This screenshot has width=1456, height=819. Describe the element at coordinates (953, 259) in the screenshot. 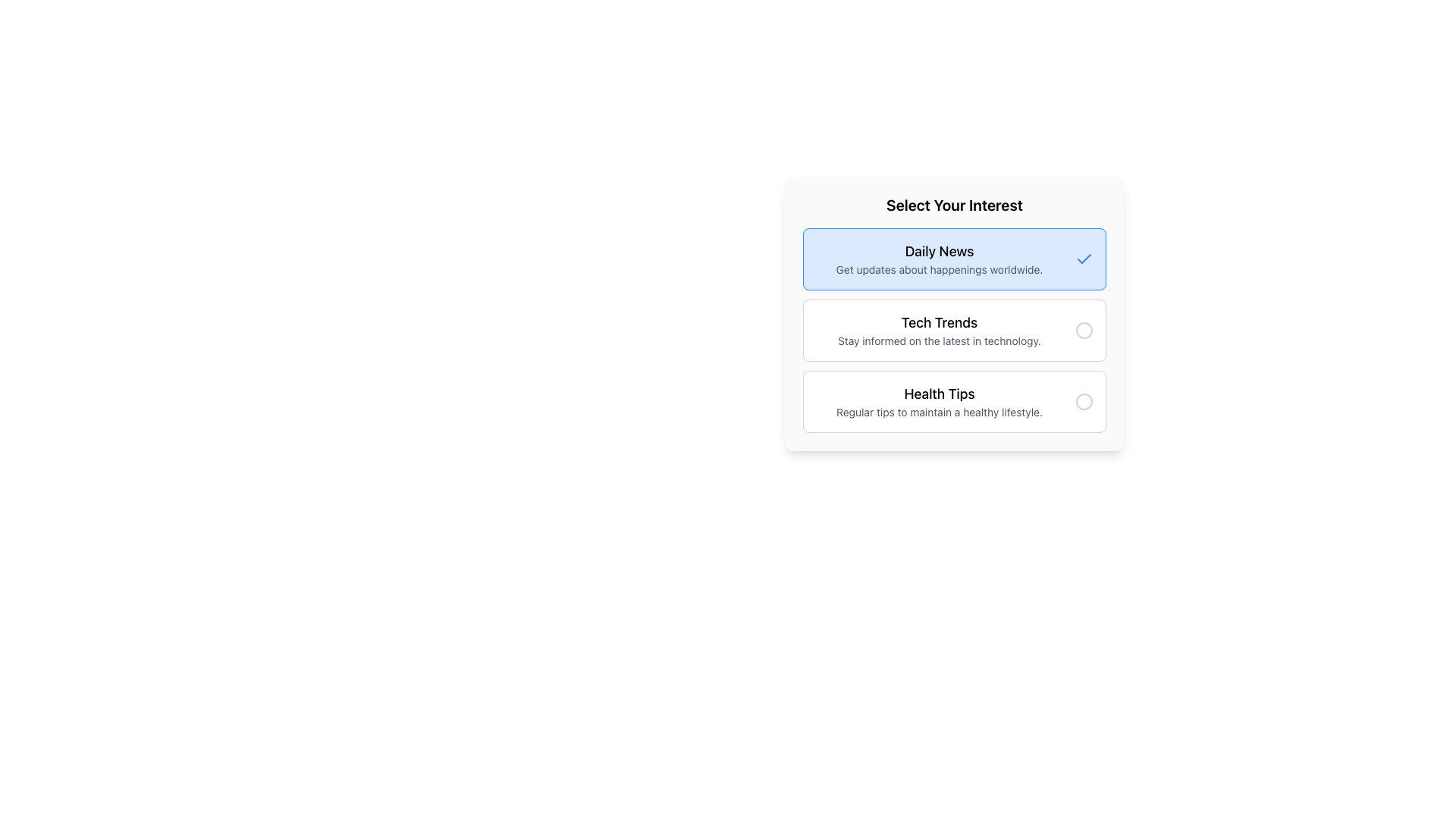

I see `the 'Daily News' selectable option block at the top of the list` at that location.